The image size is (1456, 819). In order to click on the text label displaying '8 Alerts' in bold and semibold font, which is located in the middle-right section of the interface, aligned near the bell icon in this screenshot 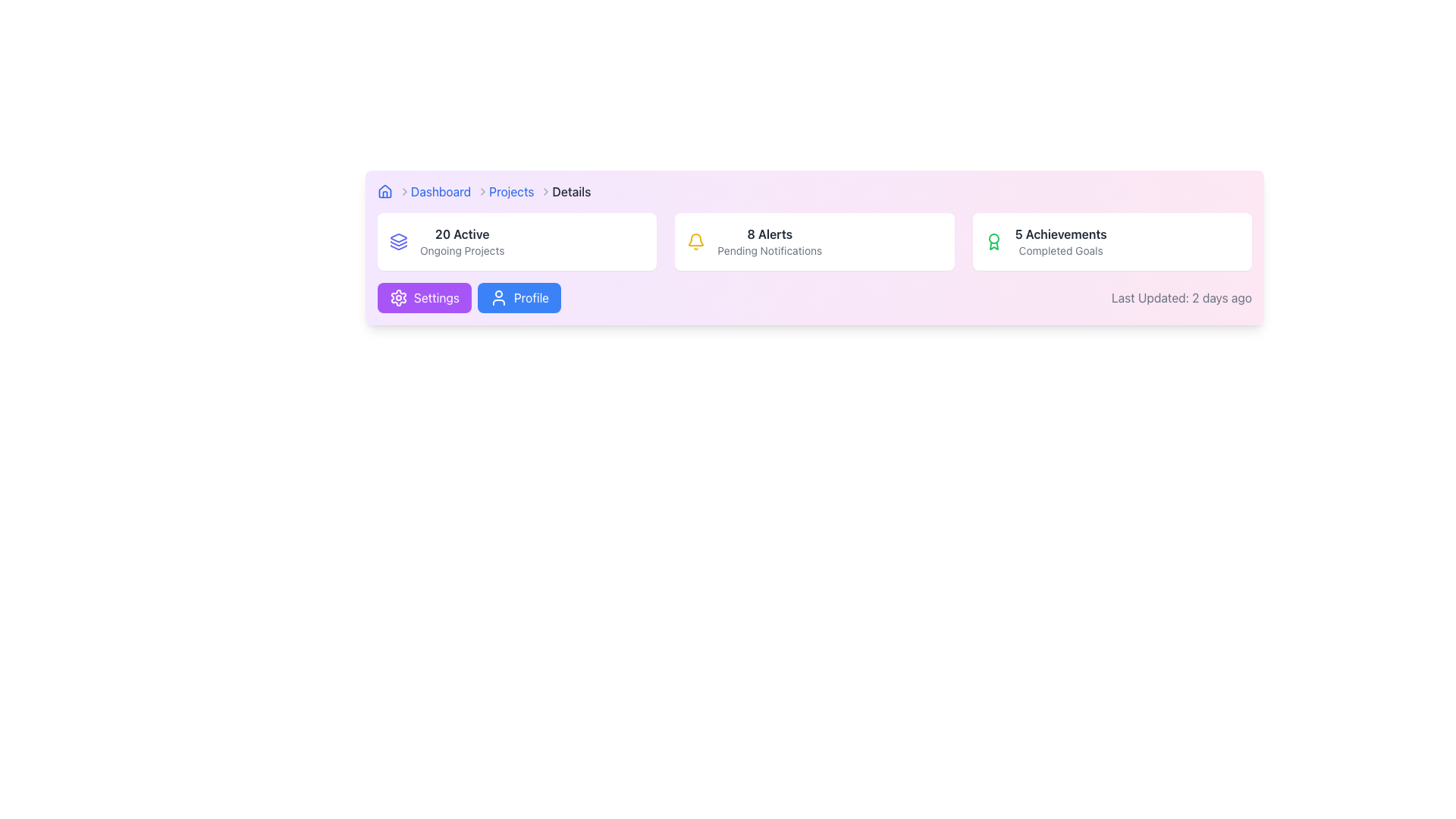, I will do `click(770, 234)`.